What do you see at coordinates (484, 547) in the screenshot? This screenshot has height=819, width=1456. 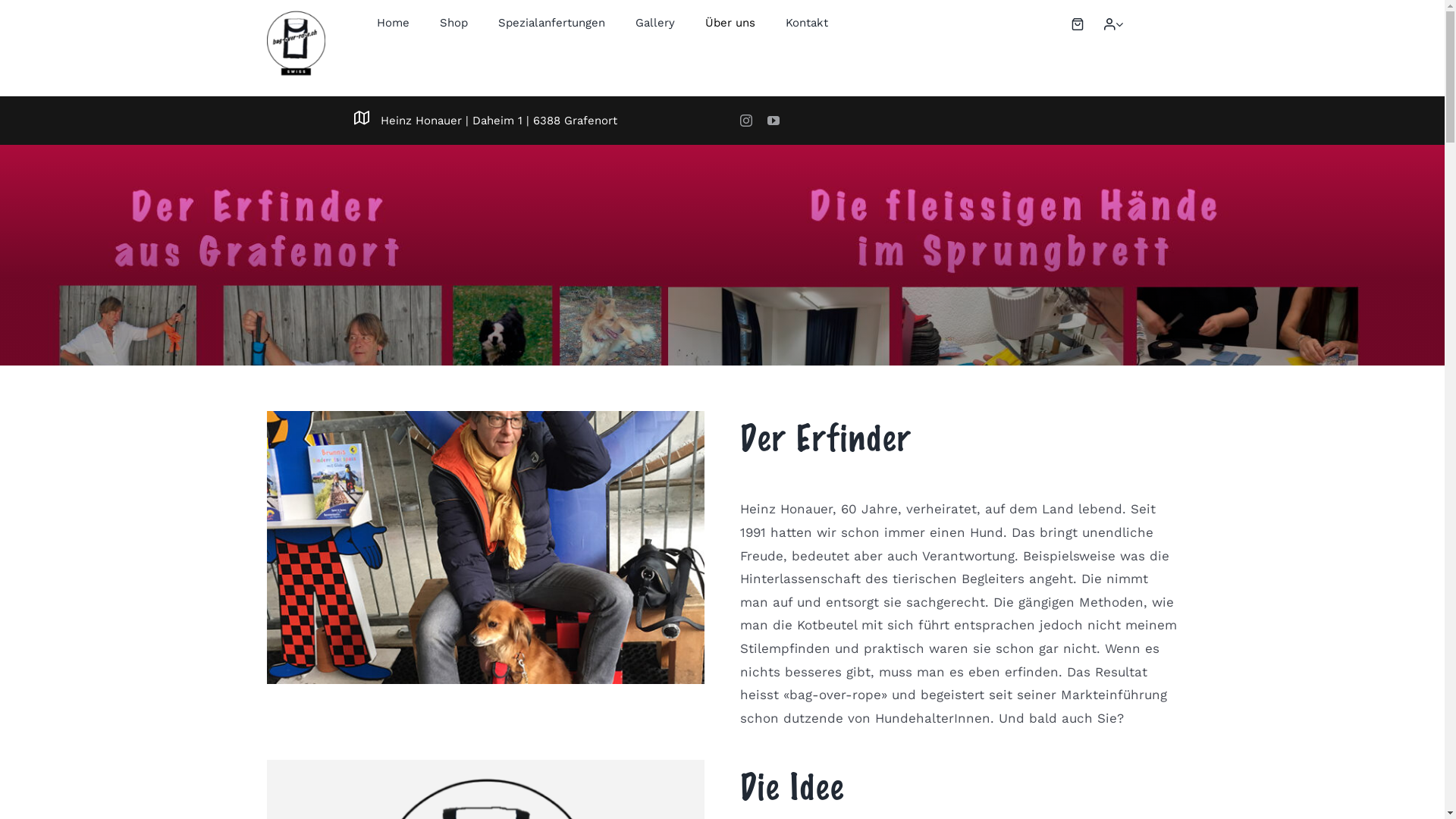 I see `'Globi-bei-Globi-Heinz'` at bounding box center [484, 547].